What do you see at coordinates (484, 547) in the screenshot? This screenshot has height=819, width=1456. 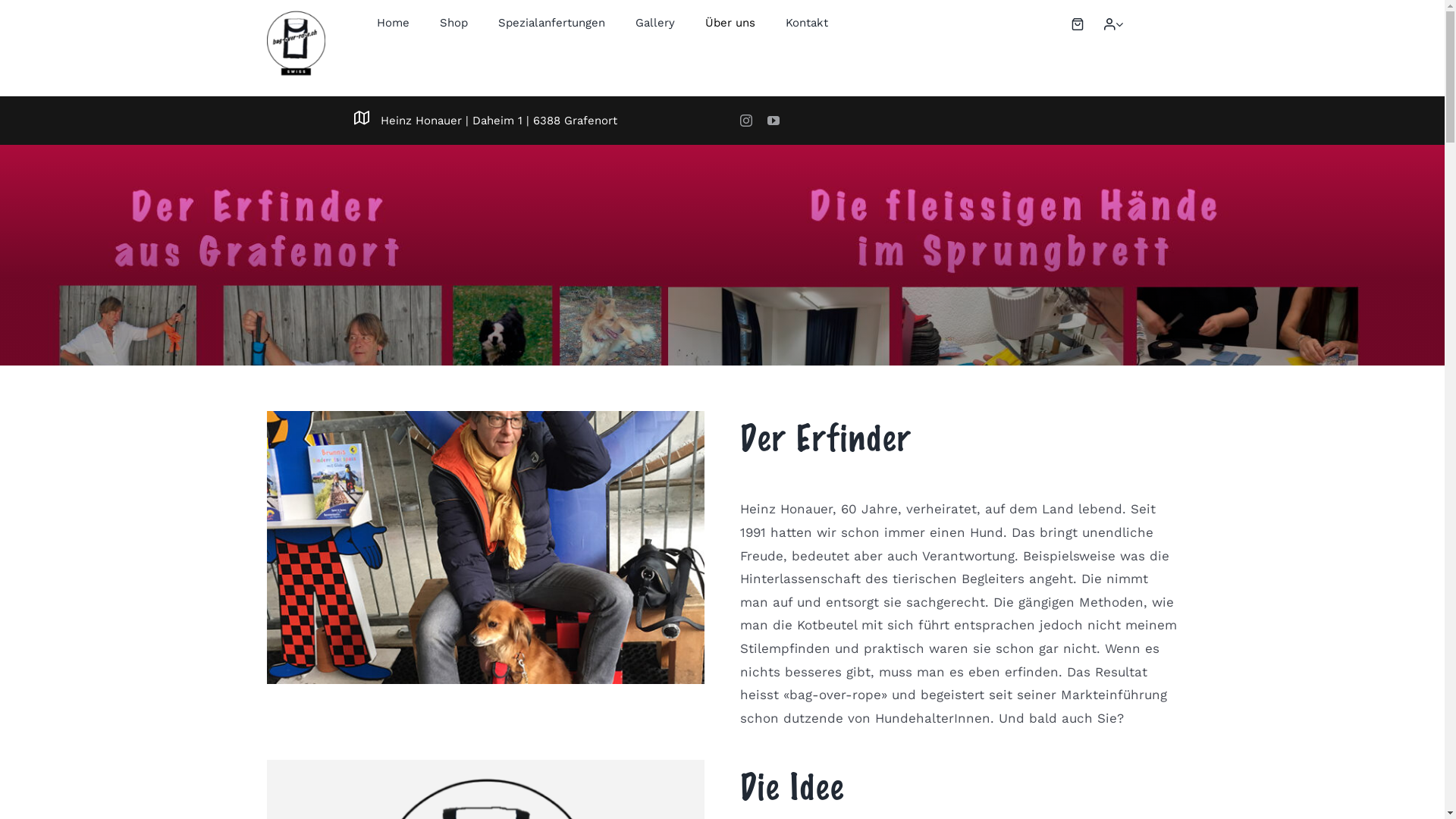 I see `'Globi-bei-Globi-Heinz'` at bounding box center [484, 547].